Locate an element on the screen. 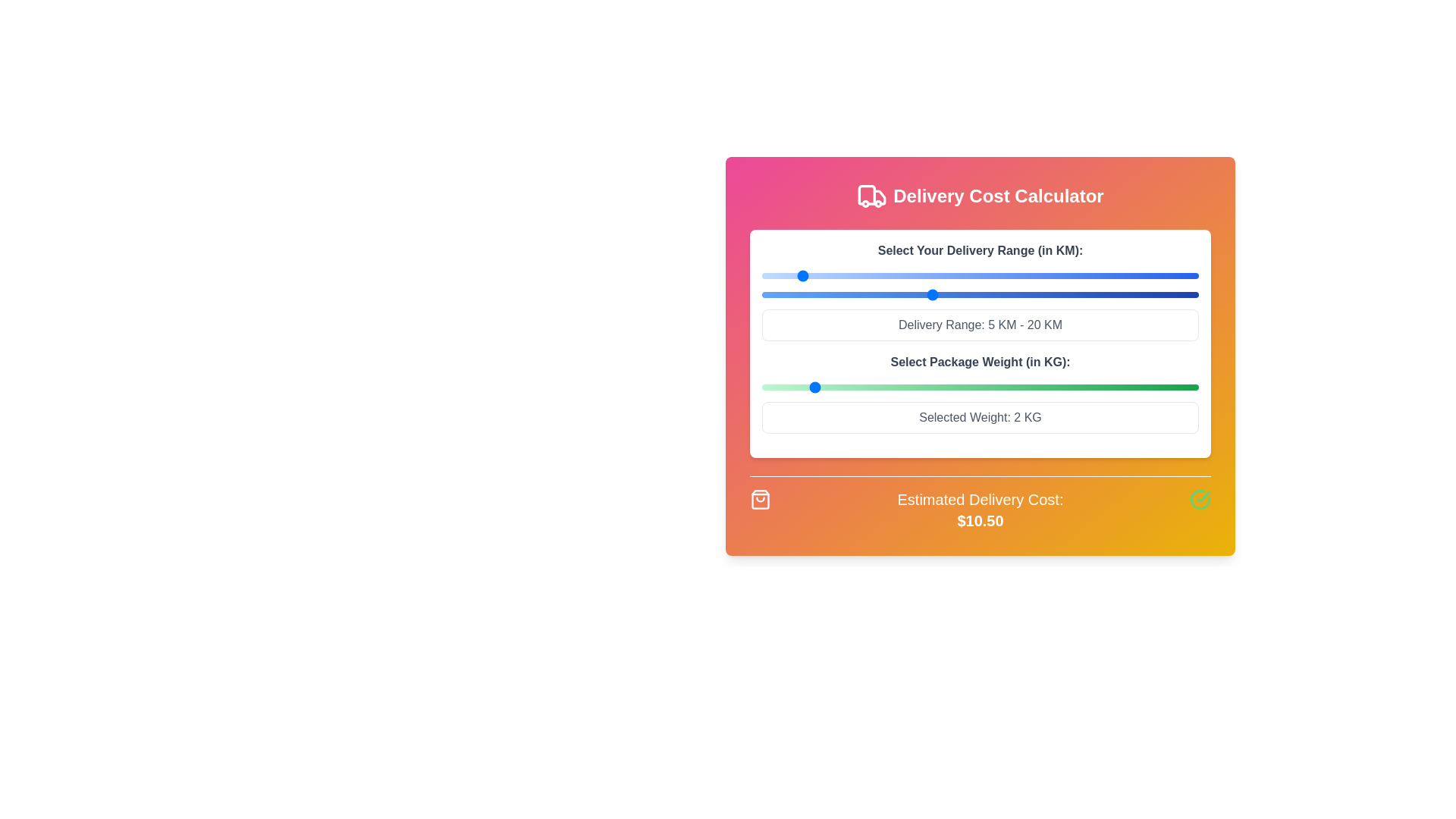  the shopping or delivery icon located on the left side of the section, which is positioned before the text 'Estimated Delivery Cost: $10.50' is located at coordinates (761, 500).